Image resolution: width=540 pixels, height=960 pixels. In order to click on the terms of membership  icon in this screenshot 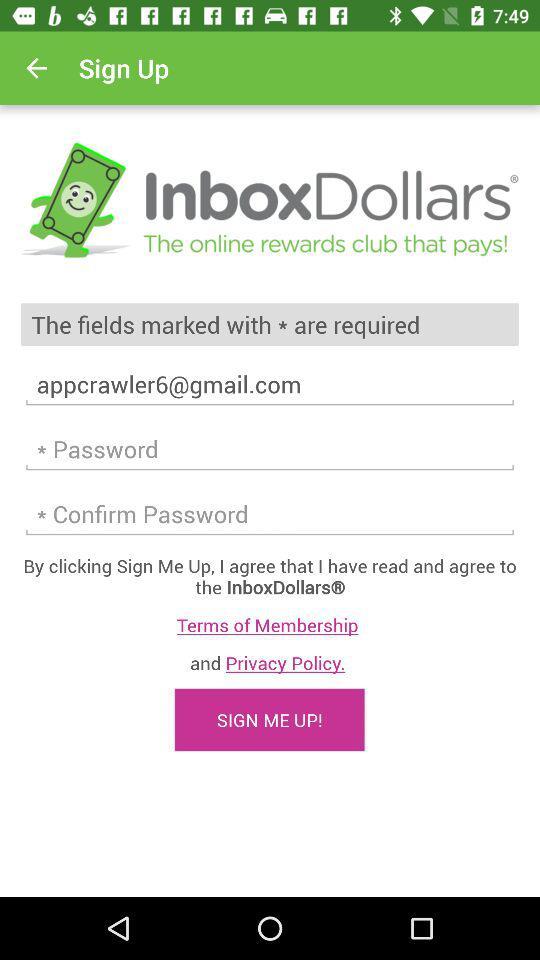, I will do `click(270, 624)`.